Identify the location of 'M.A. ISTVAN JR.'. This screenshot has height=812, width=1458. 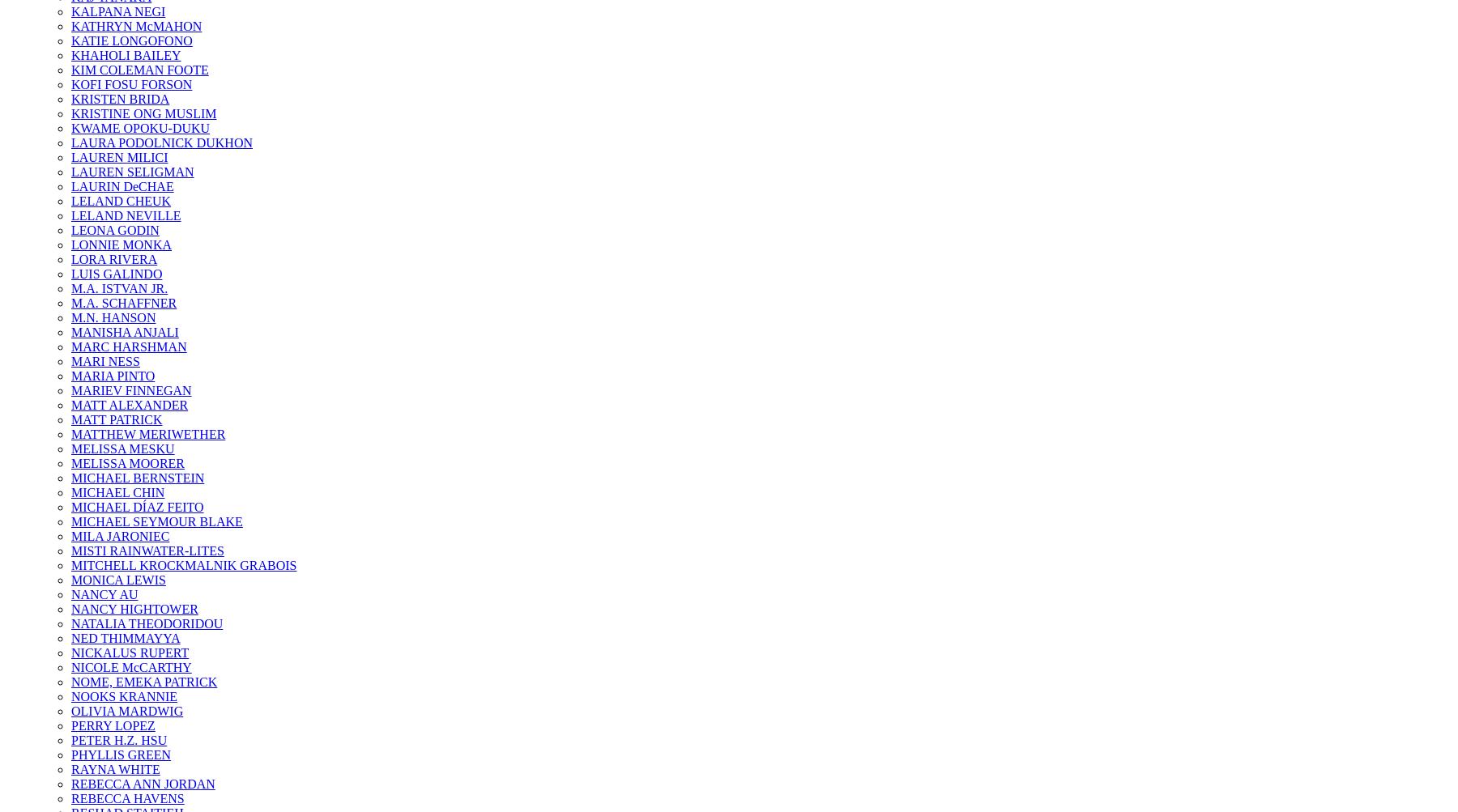
(119, 287).